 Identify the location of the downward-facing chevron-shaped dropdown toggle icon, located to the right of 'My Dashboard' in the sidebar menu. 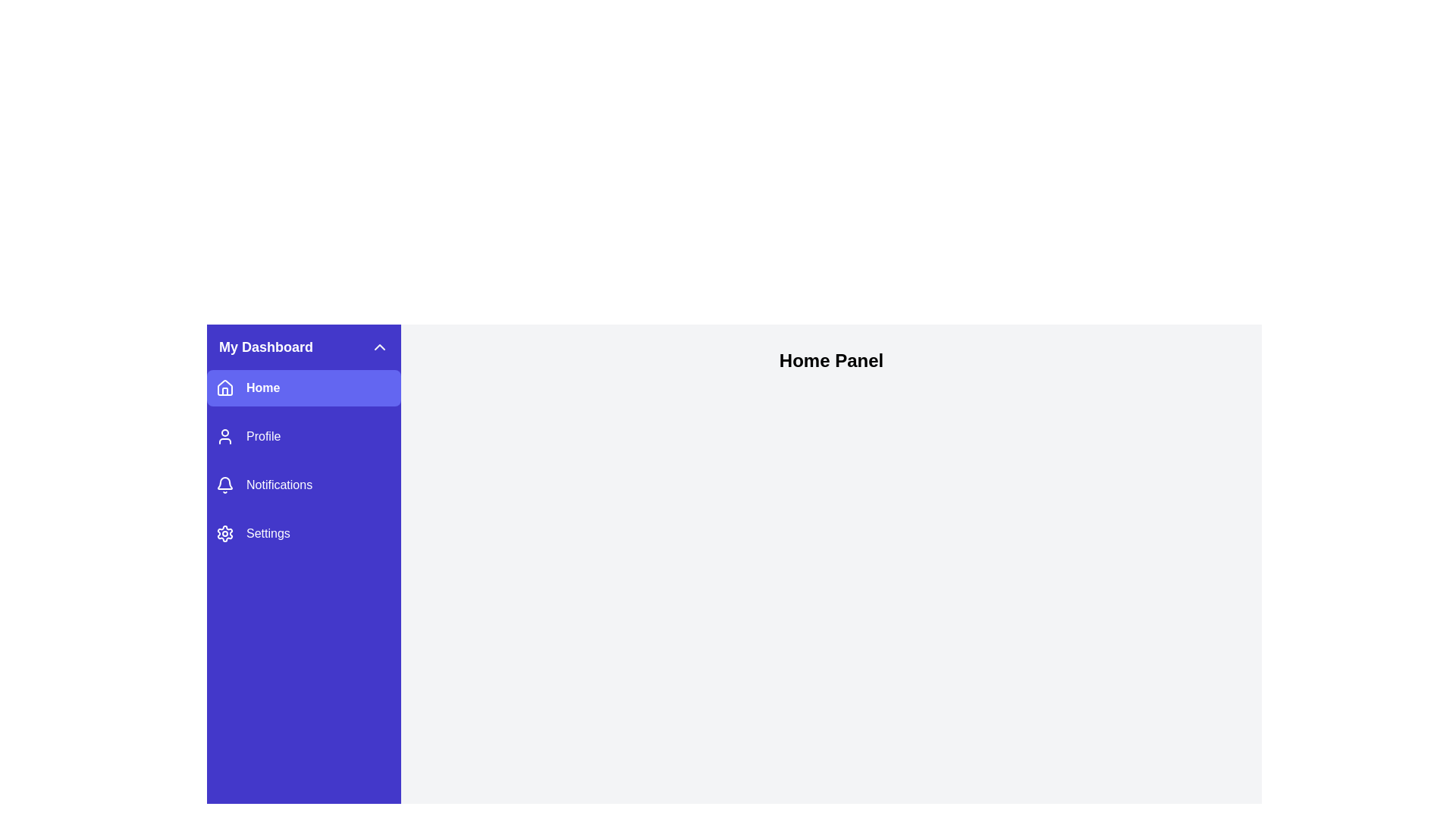
(379, 347).